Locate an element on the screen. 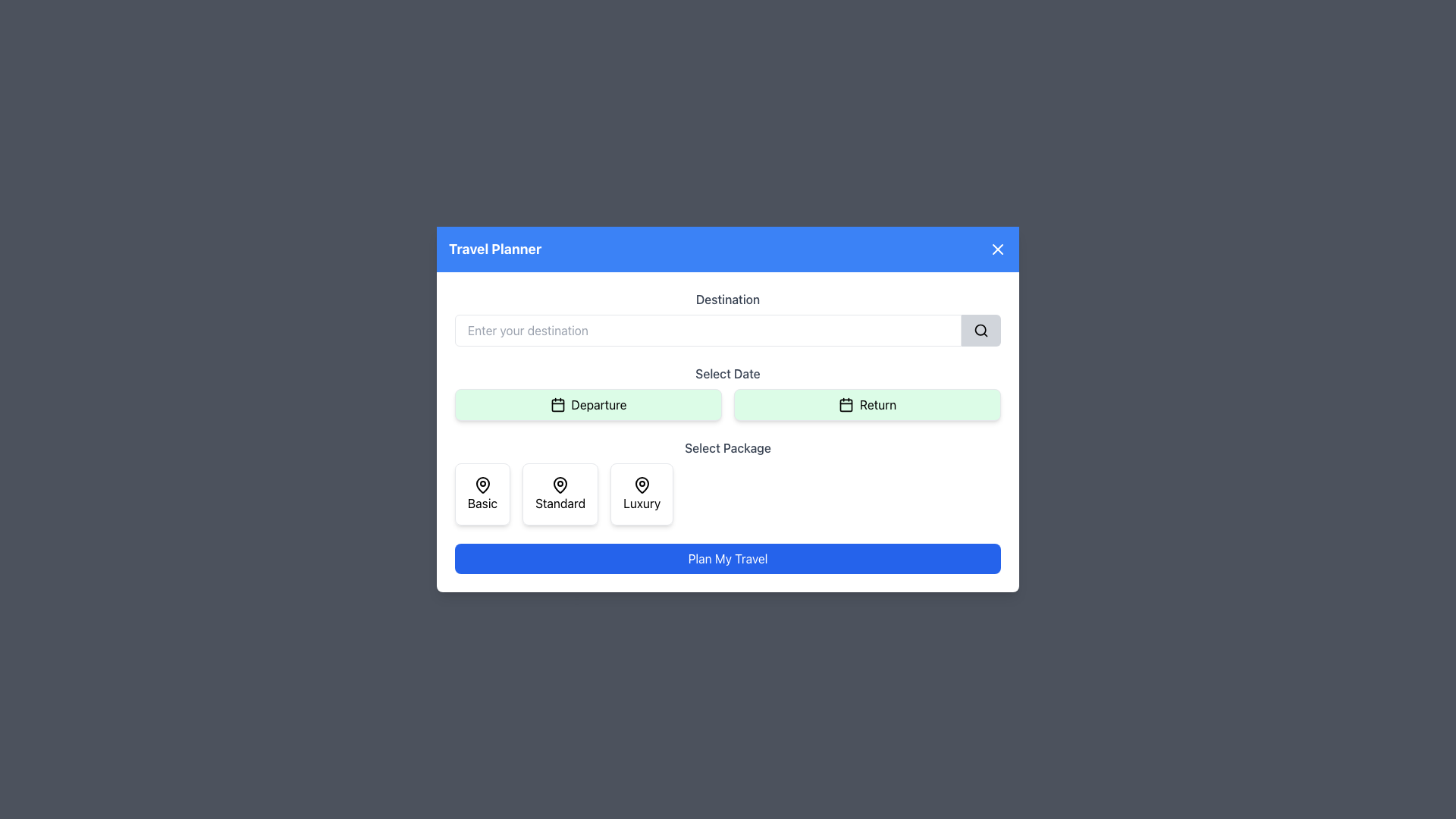 This screenshot has height=819, width=1456. the departure date selection icon located to the left of the 'Departure' text within the button-like interface in the Select Date section of the form is located at coordinates (557, 403).